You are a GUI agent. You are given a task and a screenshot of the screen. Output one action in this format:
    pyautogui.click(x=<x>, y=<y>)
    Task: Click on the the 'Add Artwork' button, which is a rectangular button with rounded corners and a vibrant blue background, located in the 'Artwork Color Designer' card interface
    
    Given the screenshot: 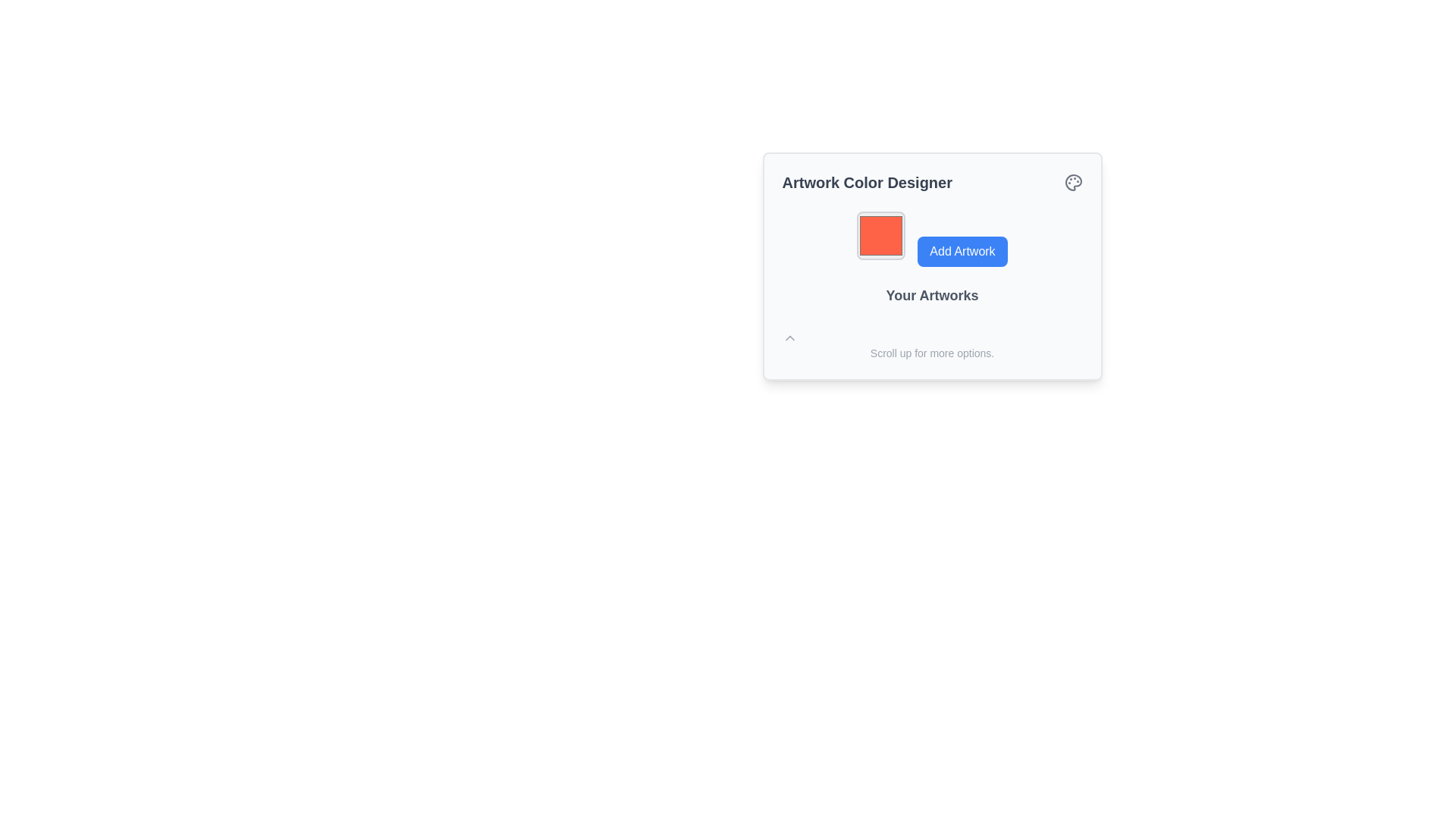 What is the action you would take?
    pyautogui.click(x=962, y=250)
    